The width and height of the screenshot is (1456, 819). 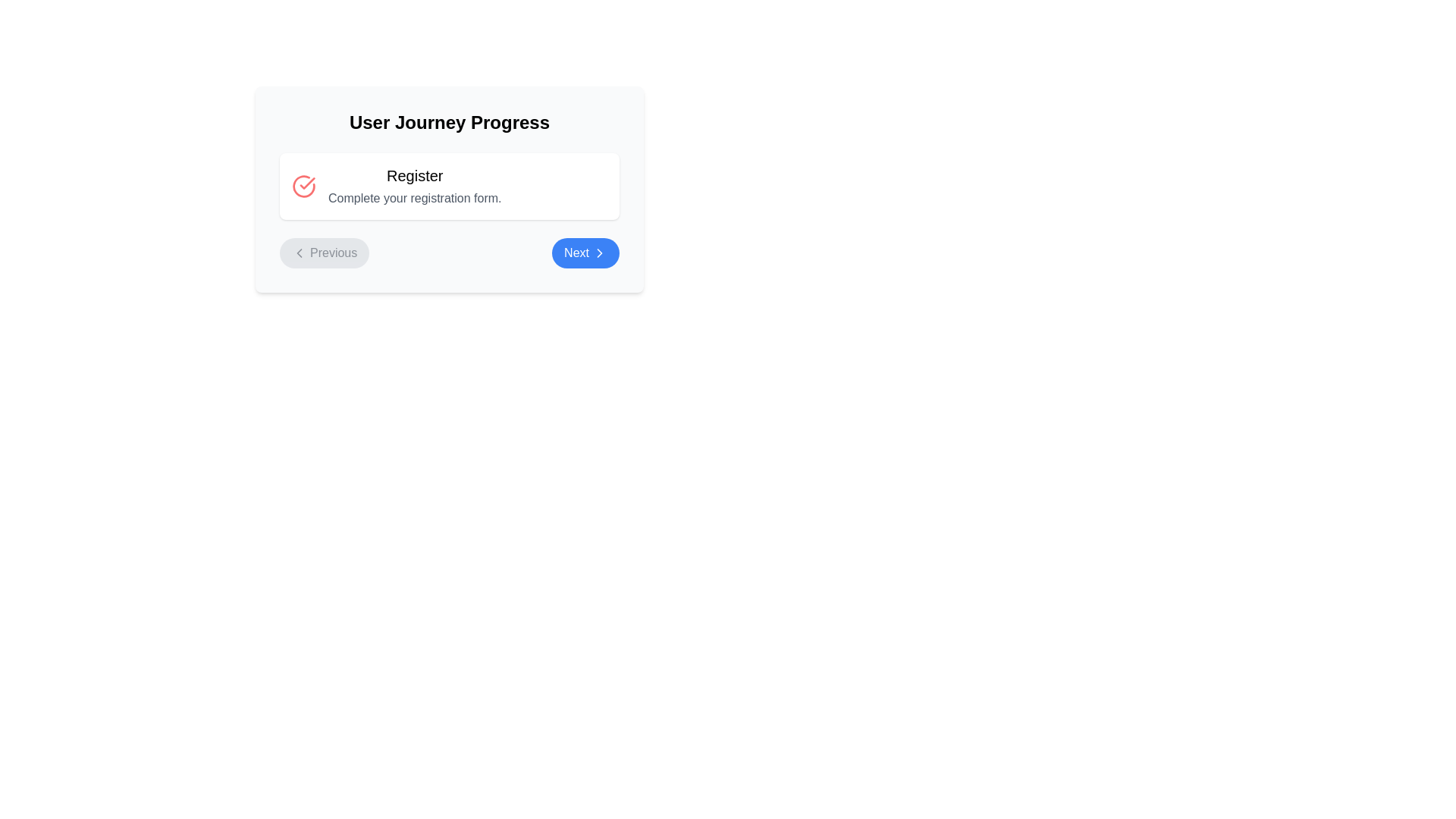 I want to click on the 'Next' button located in the lower right corner of the card component, which contains a chevron icon indicating navigation to the next step, so click(x=599, y=253).